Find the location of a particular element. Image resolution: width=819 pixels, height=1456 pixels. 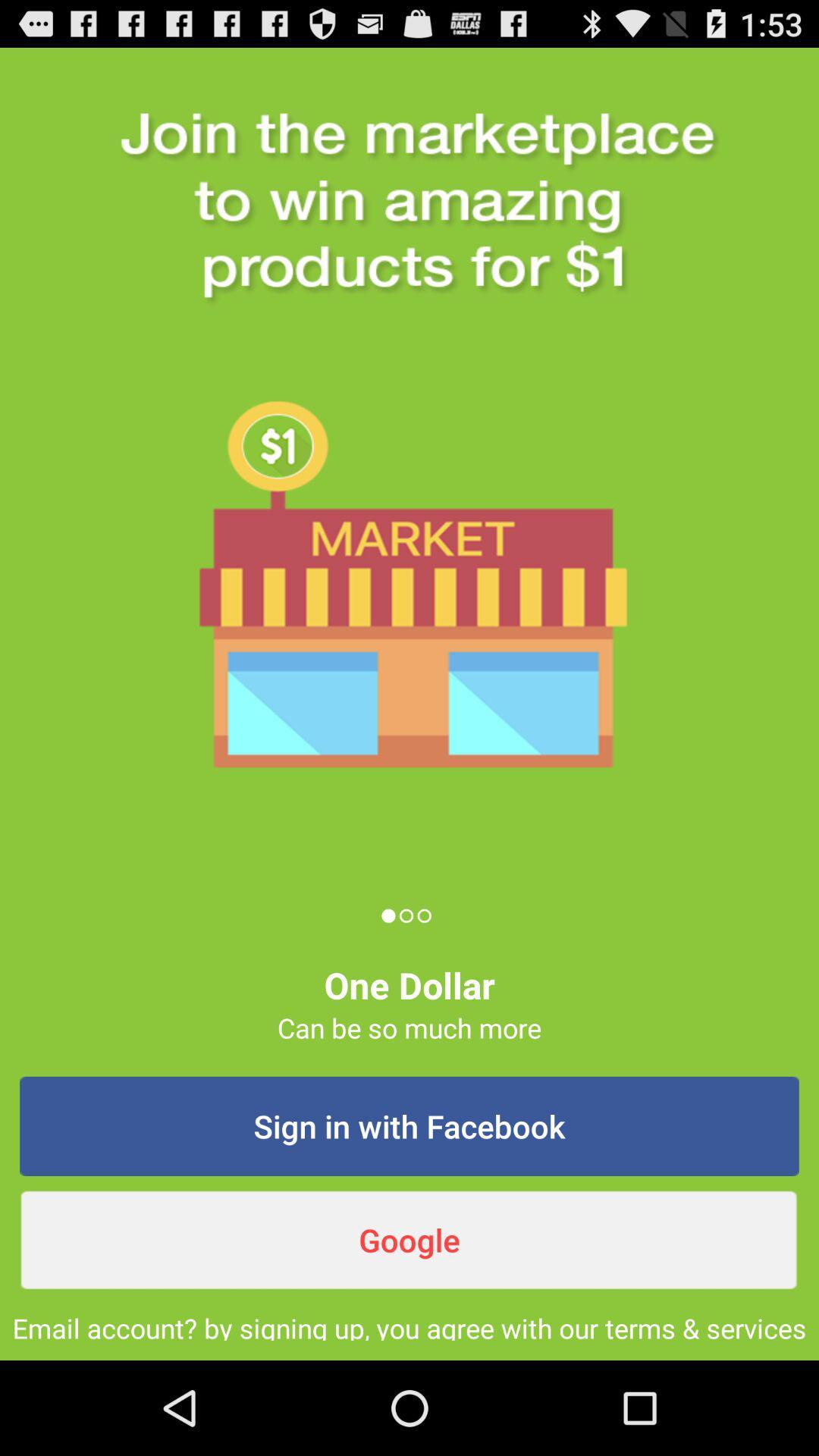

the item above google item is located at coordinates (409, 1126).